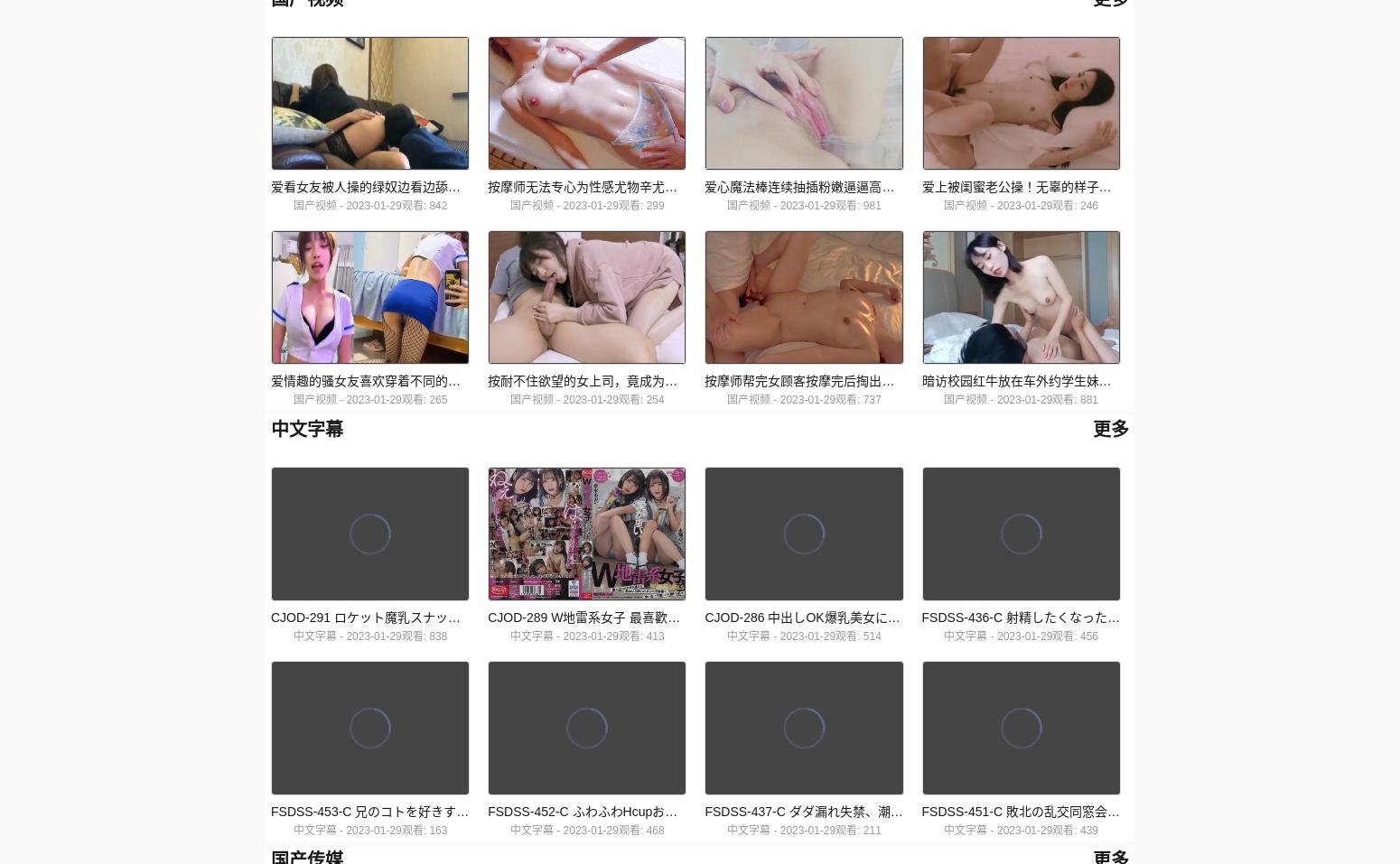 The height and width of the screenshot is (864, 1400). I want to click on 'FSDSS-453-C 兄のコトを好きすぎる妹が媚薬漬け誘惑親の留守中にガンギマリ近親相姦する兄妹', so click(546, 812).